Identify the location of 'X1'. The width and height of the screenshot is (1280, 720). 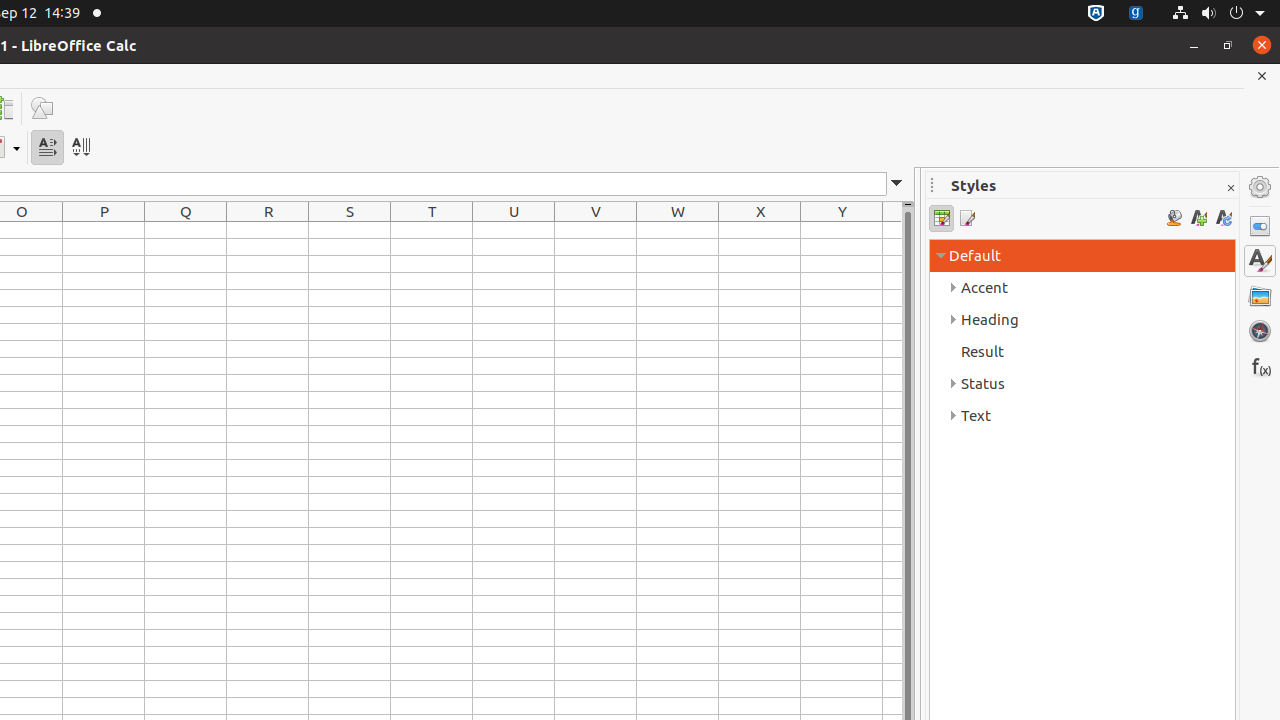
(759, 229).